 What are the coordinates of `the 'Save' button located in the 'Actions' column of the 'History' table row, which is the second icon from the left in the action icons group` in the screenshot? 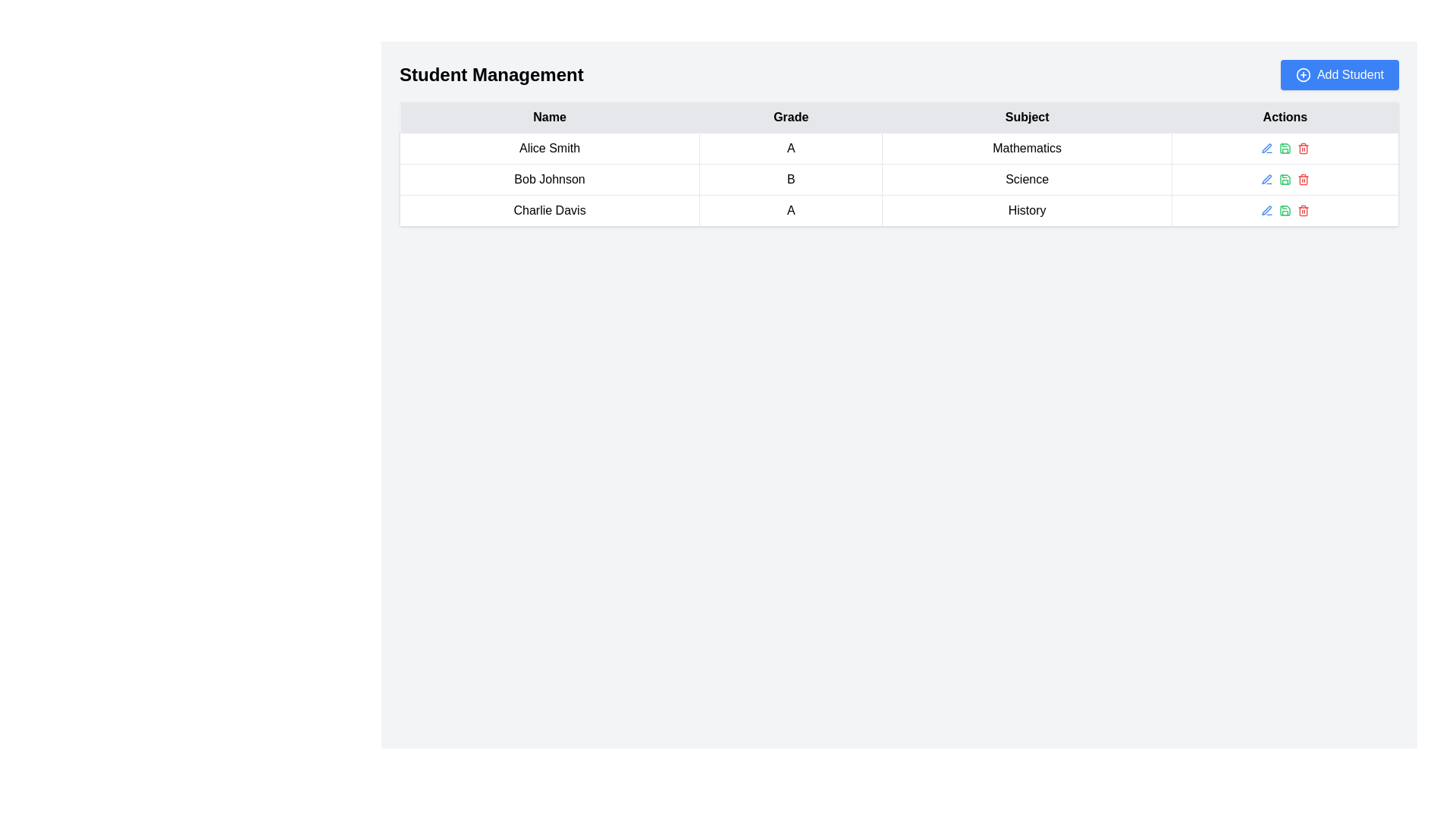 It's located at (1284, 210).